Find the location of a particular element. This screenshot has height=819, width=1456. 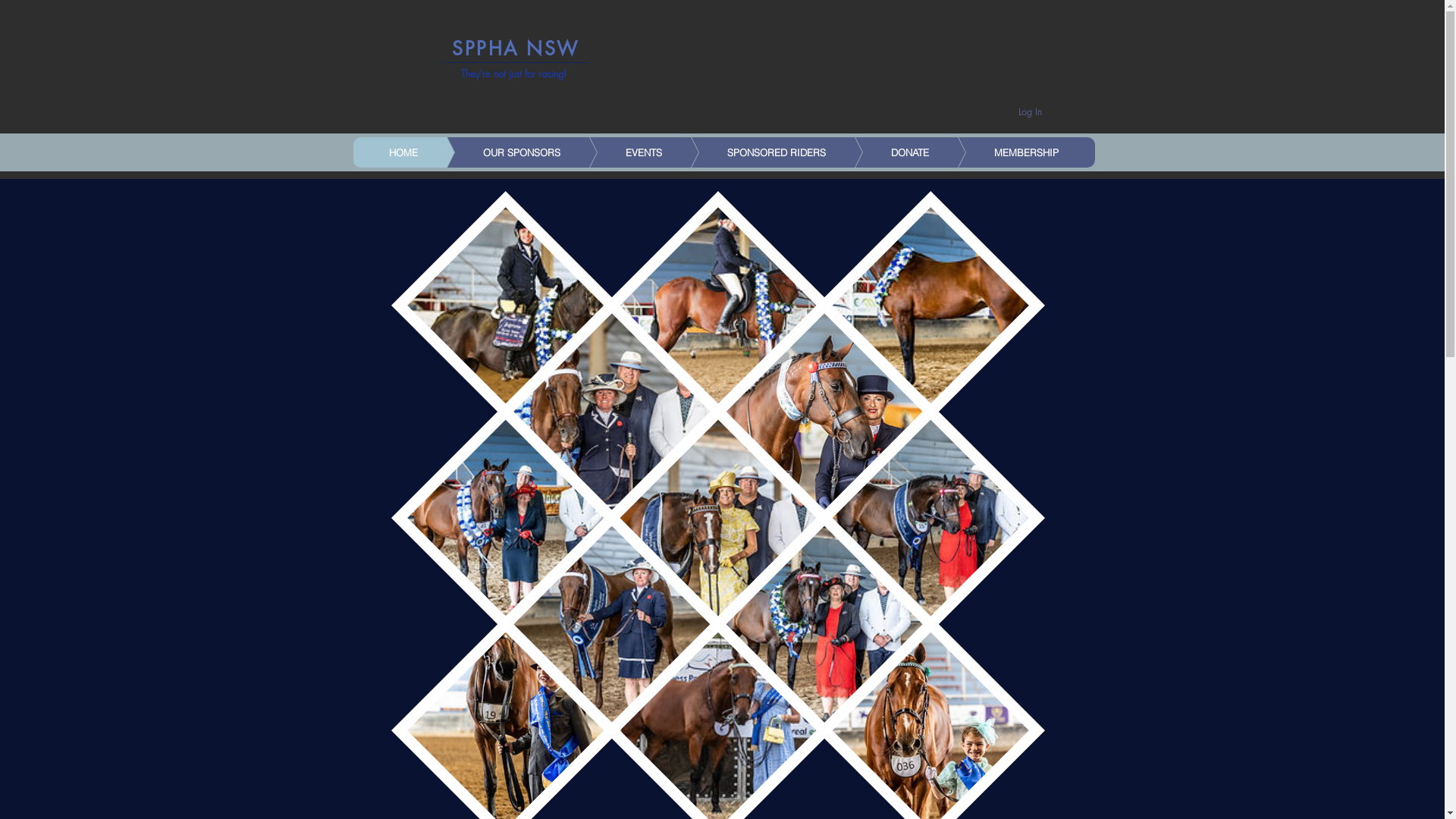

'SPPHA NSW' is located at coordinates (516, 48).